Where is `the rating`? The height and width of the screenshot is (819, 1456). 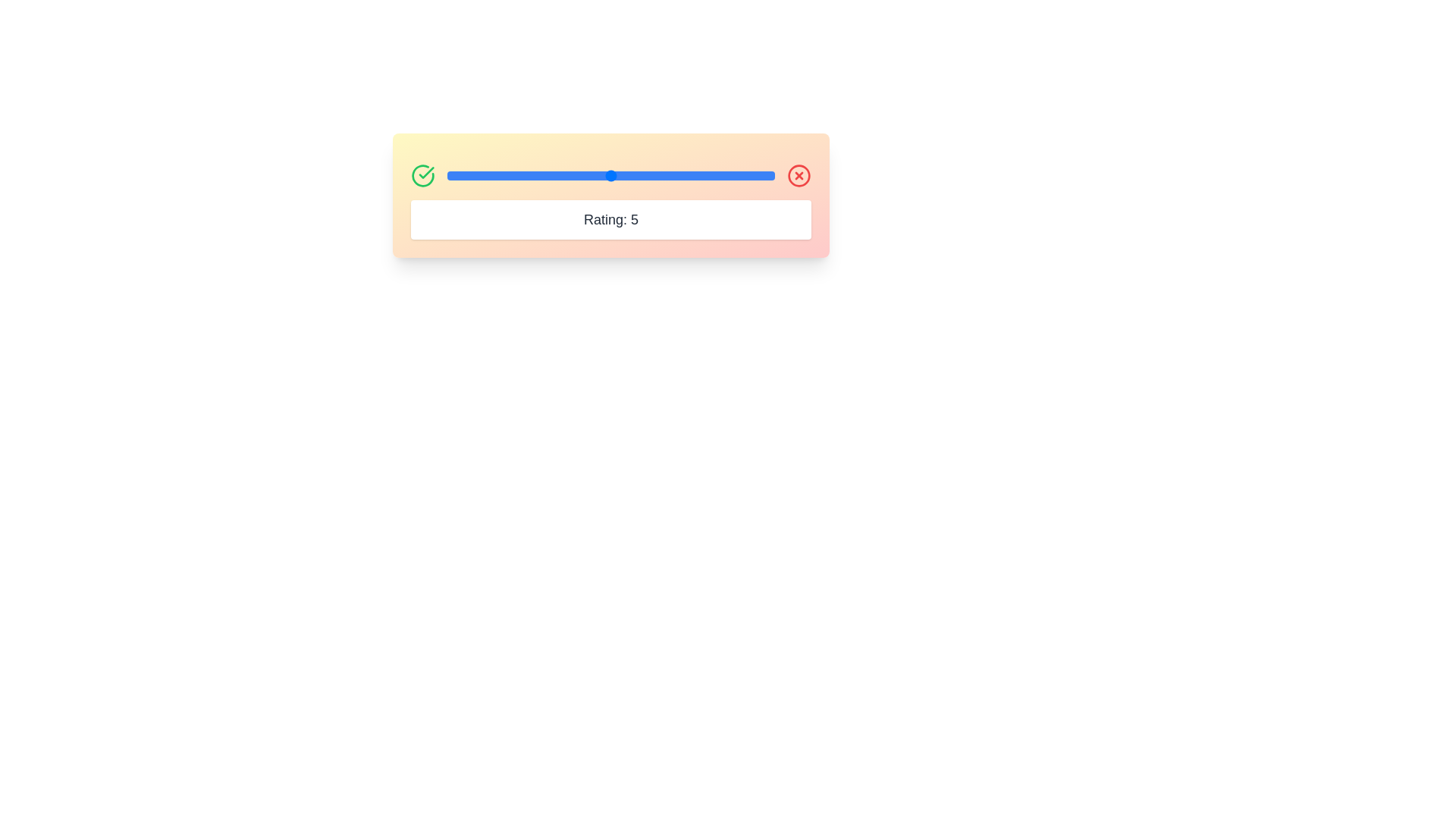 the rating is located at coordinates (644, 174).